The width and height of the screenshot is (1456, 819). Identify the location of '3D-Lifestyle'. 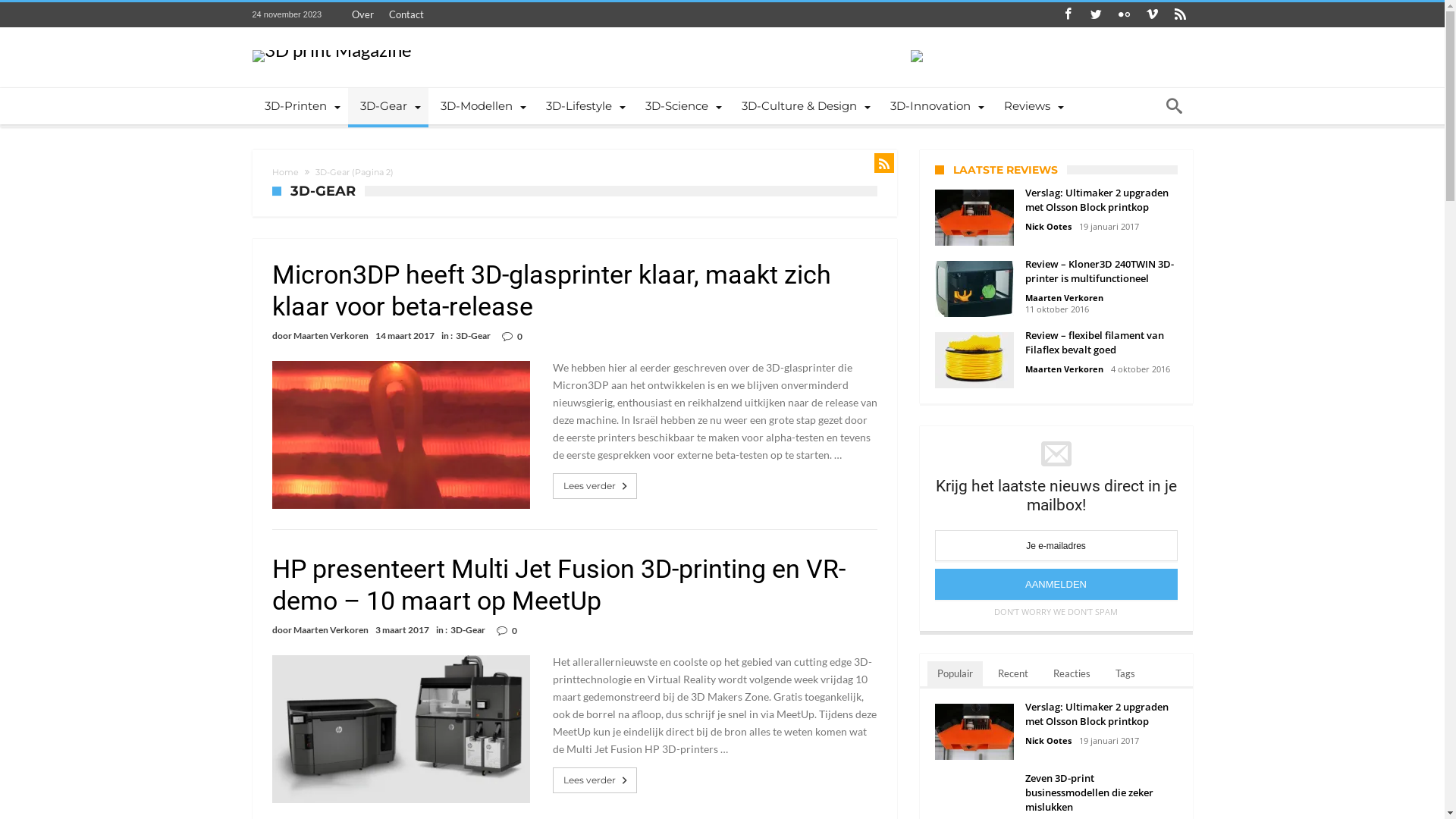
(534, 105).